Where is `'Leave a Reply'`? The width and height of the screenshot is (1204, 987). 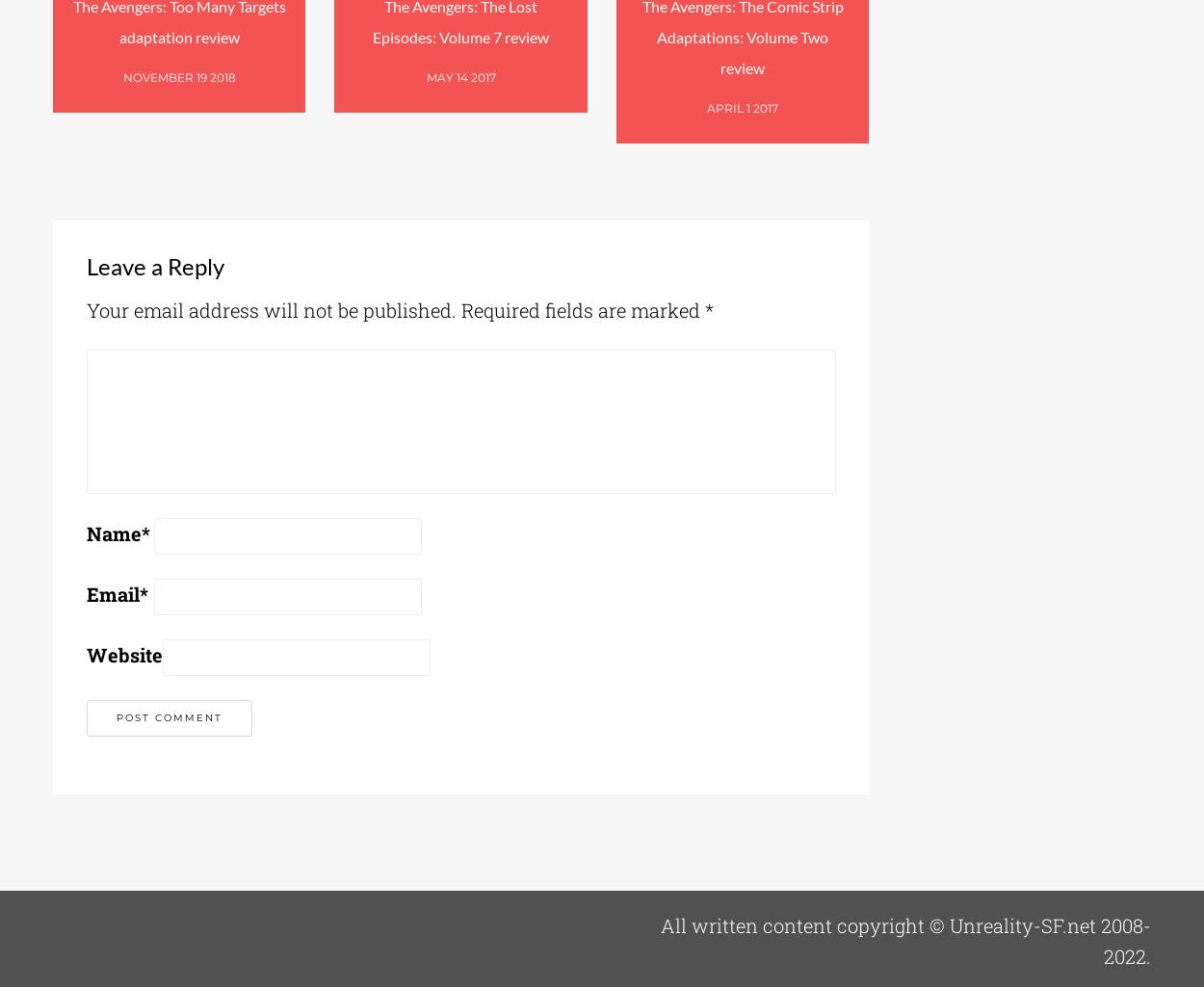
'Leave a Reply' is located at coordinates (155, 265).